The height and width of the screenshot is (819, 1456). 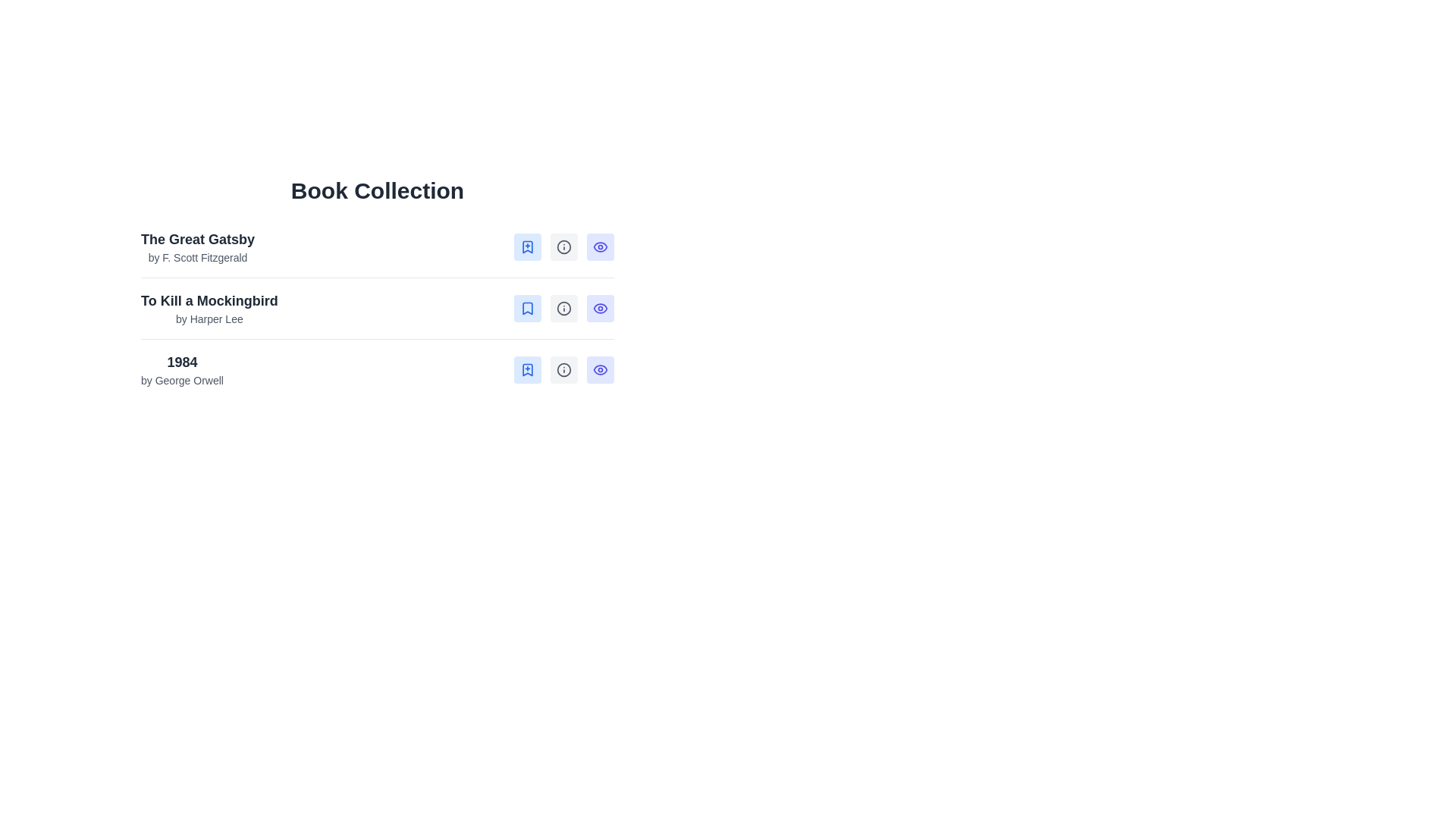 What do you see at coordinates (528, 308) in the screenshot?
I see `the bookmark icon for the book 'To Kill a Mockingbird'` at bounding box center [528, 308].